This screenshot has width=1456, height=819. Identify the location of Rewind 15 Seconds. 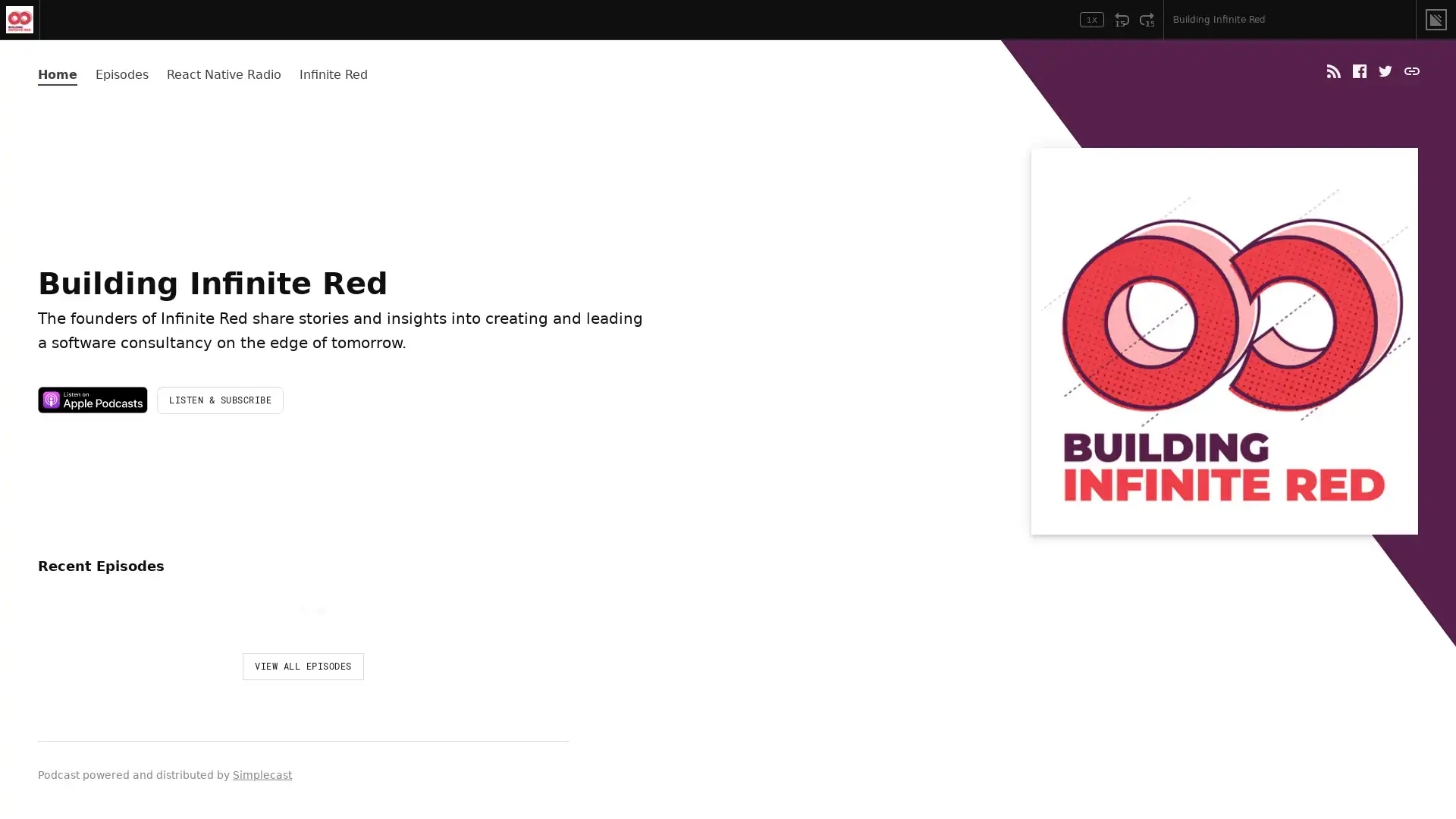
(1122, 20).